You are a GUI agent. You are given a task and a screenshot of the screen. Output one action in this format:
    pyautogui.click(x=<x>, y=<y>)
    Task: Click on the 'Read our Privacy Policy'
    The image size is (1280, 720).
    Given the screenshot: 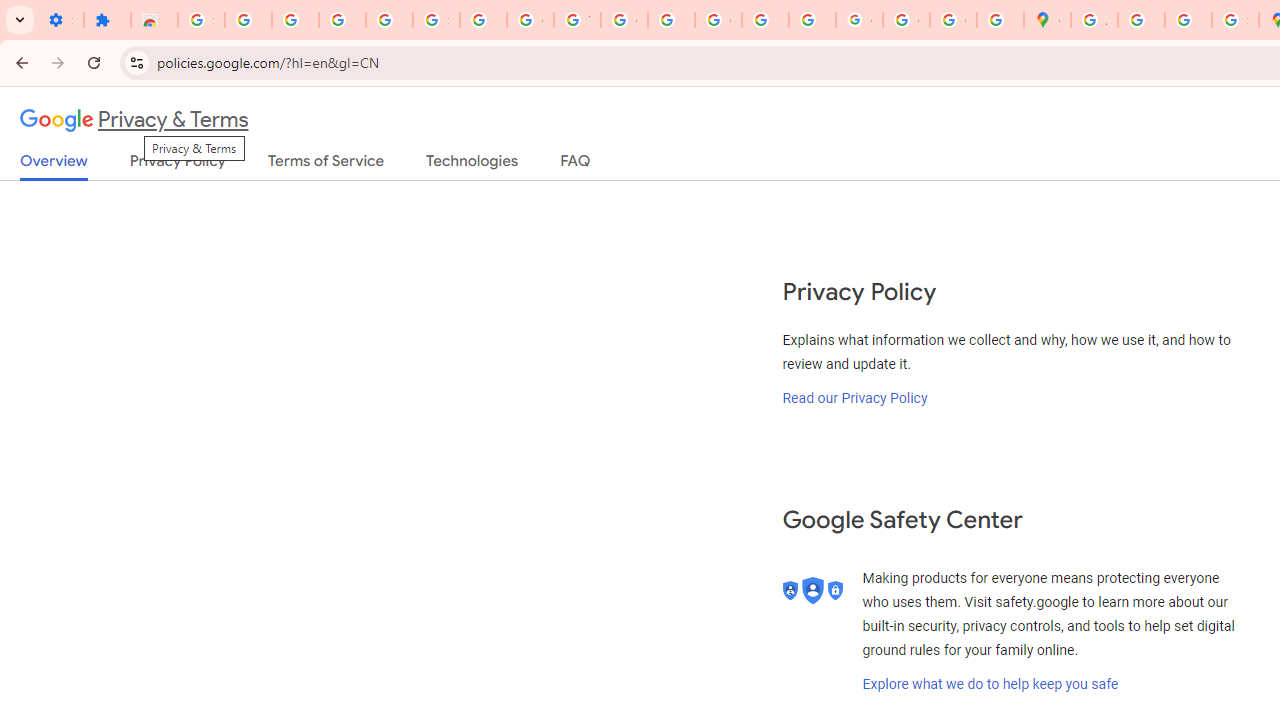 What is the action you would take?
    pyautogui.click(x=855, y=397)
    